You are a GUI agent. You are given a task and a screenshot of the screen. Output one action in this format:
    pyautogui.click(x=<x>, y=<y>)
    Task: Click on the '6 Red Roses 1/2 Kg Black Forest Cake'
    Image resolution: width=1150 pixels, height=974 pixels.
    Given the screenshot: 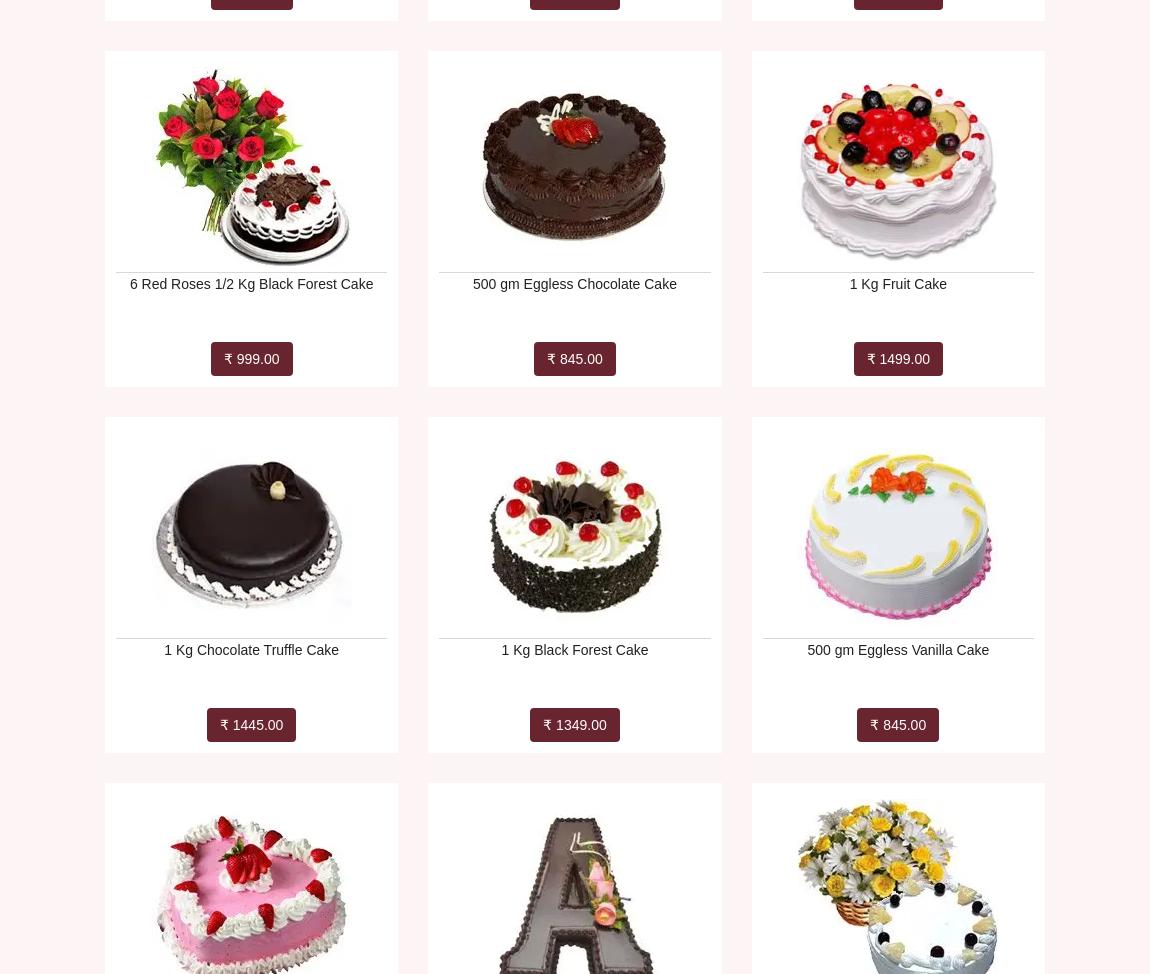 What is the action you would take?
    pyautogui.click(x=250, y=283)
    